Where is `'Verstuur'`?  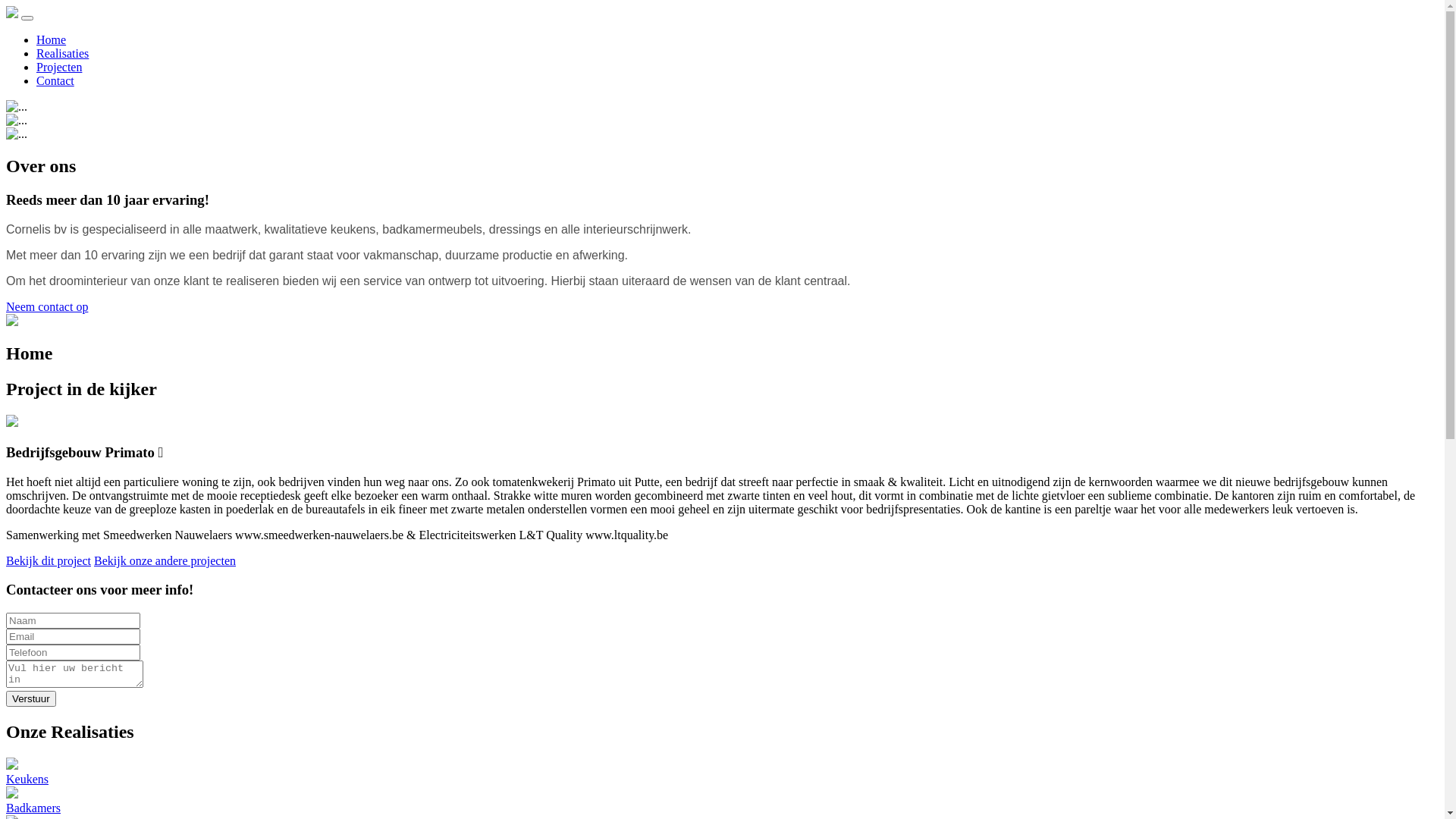 'Verstuur' is located at coordinates (6, 698).